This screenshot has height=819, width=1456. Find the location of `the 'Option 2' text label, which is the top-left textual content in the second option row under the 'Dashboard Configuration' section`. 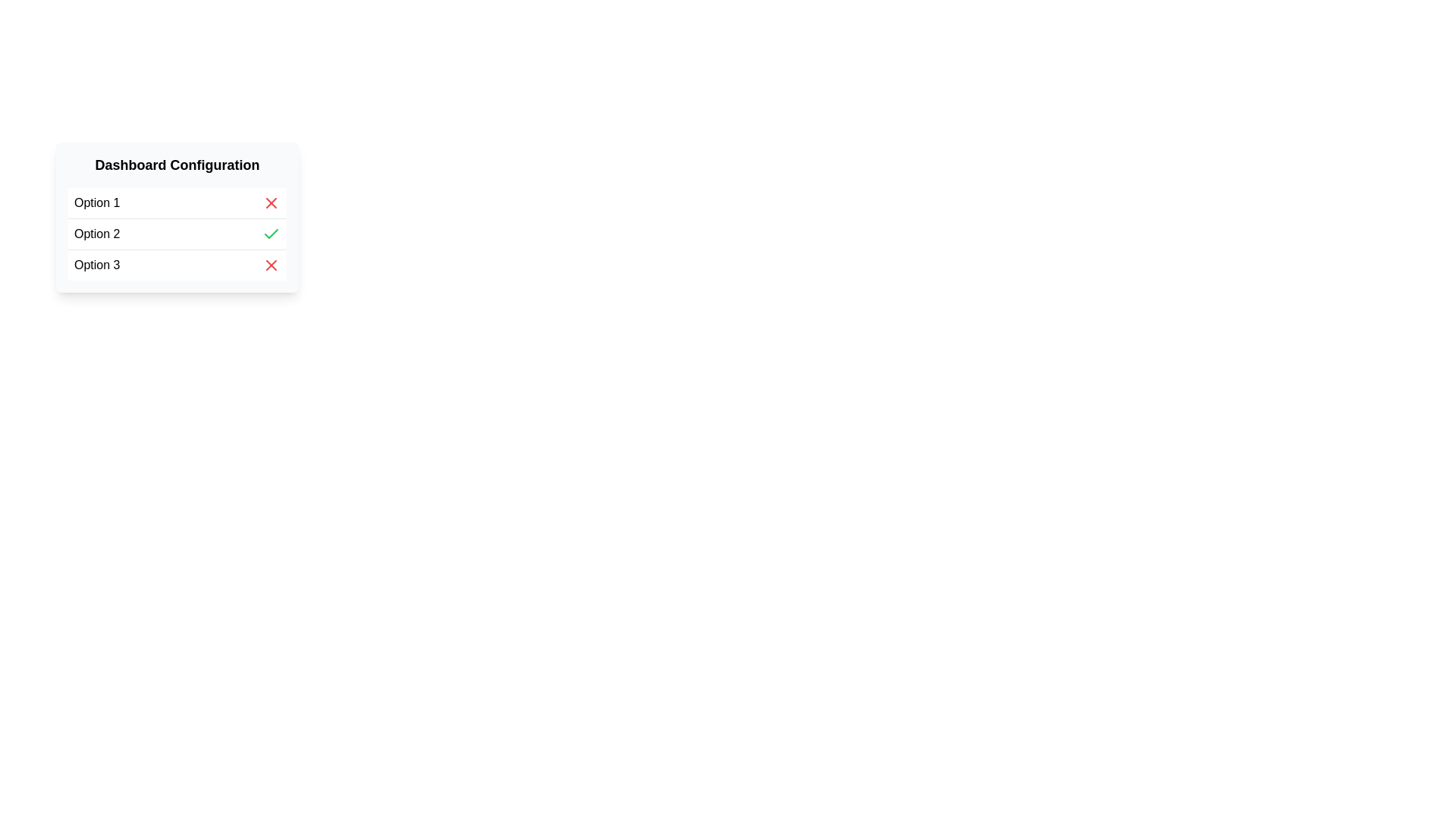

the 'Option 2' text label, which is the top-left textual content in the second option row under the 'Dashboard Configuration' section is located at coordinates (96, 234).